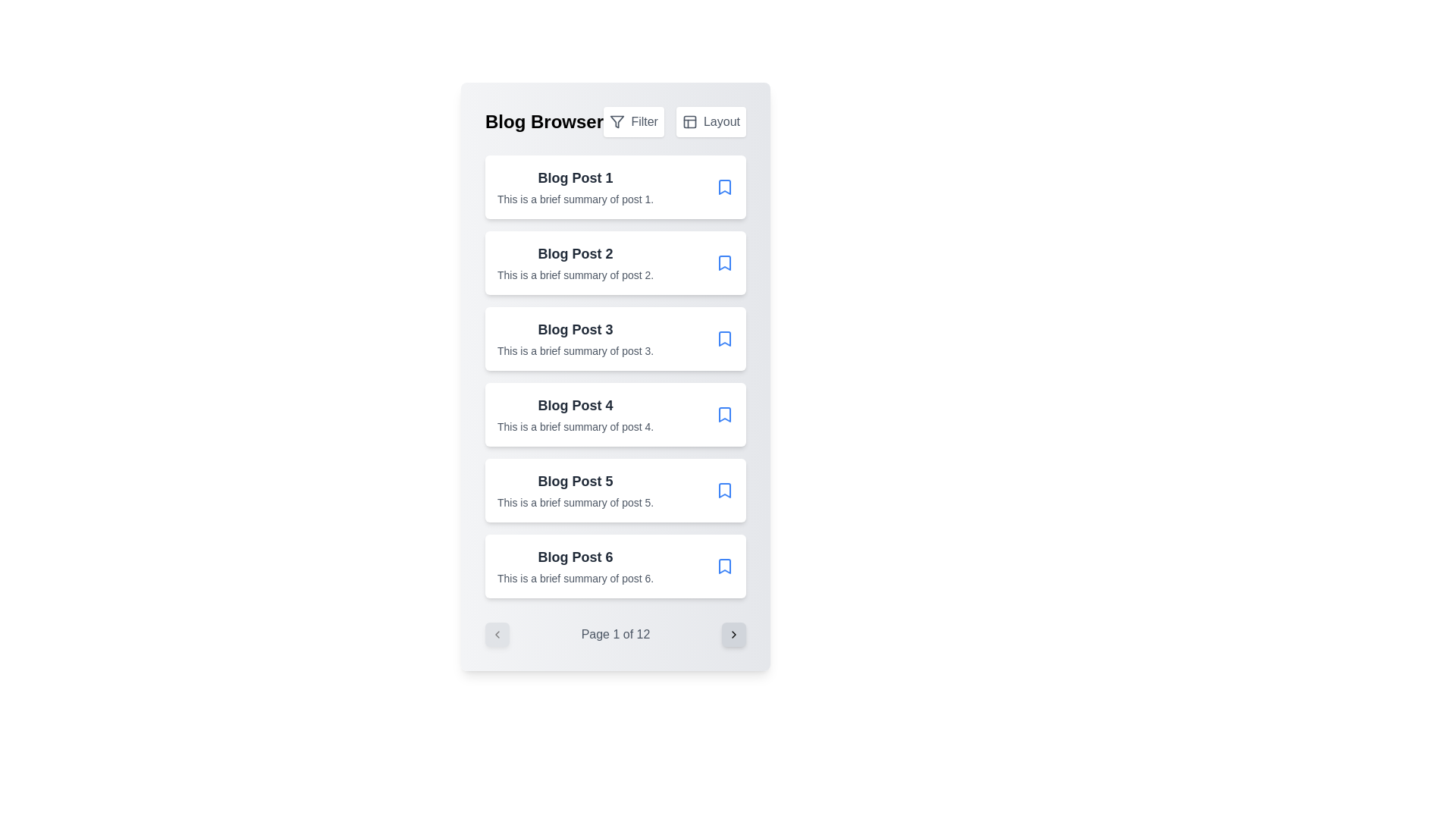  I want to click on the pagination control button located at the bottom left of the pagination section, so click(497, 635).